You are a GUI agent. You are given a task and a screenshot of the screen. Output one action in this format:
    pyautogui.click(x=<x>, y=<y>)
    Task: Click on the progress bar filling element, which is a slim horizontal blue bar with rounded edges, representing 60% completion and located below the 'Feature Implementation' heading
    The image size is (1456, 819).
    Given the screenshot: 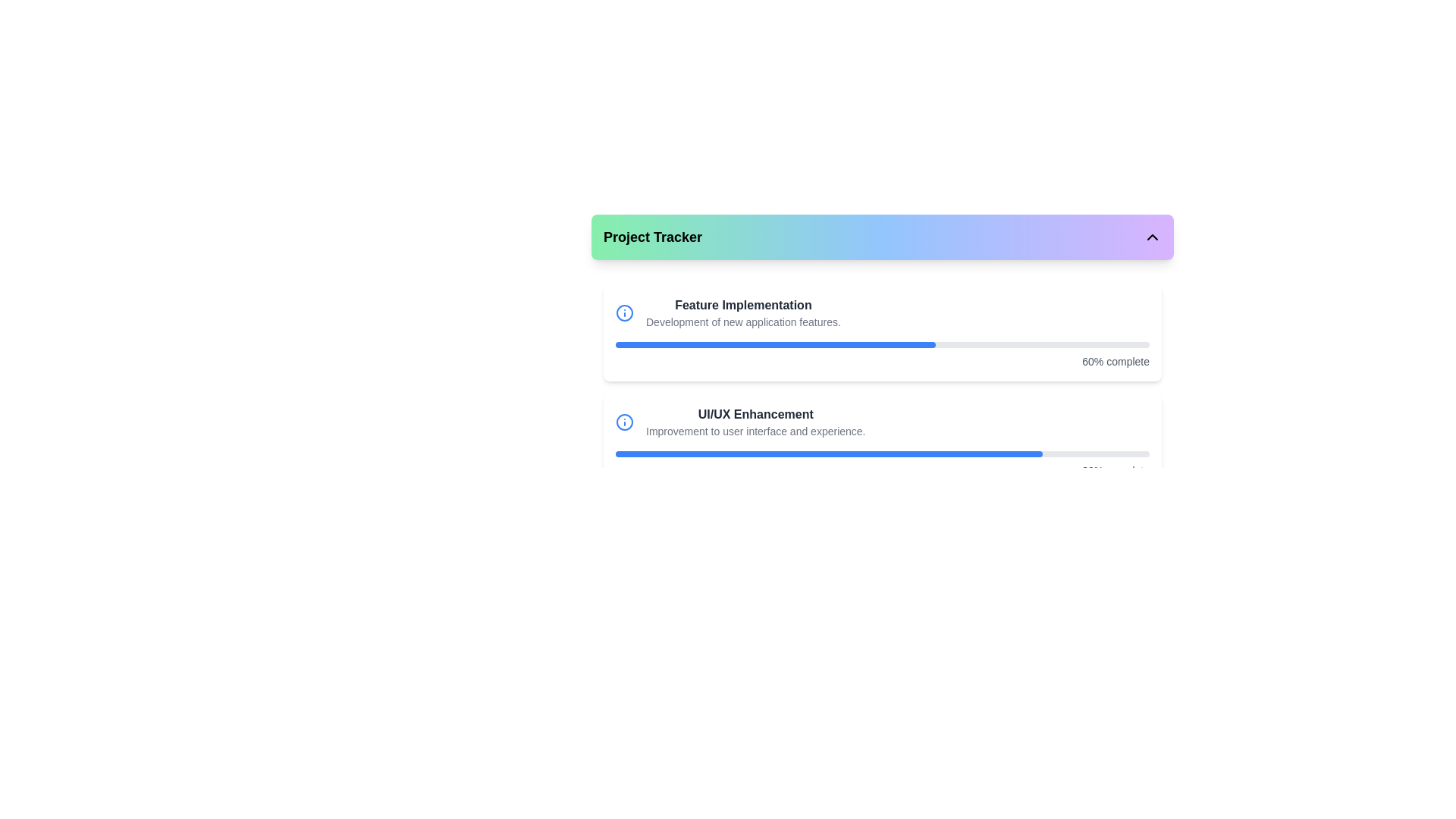 What is the action you would take?
    pyautogui.click(x=776, y=345)
    